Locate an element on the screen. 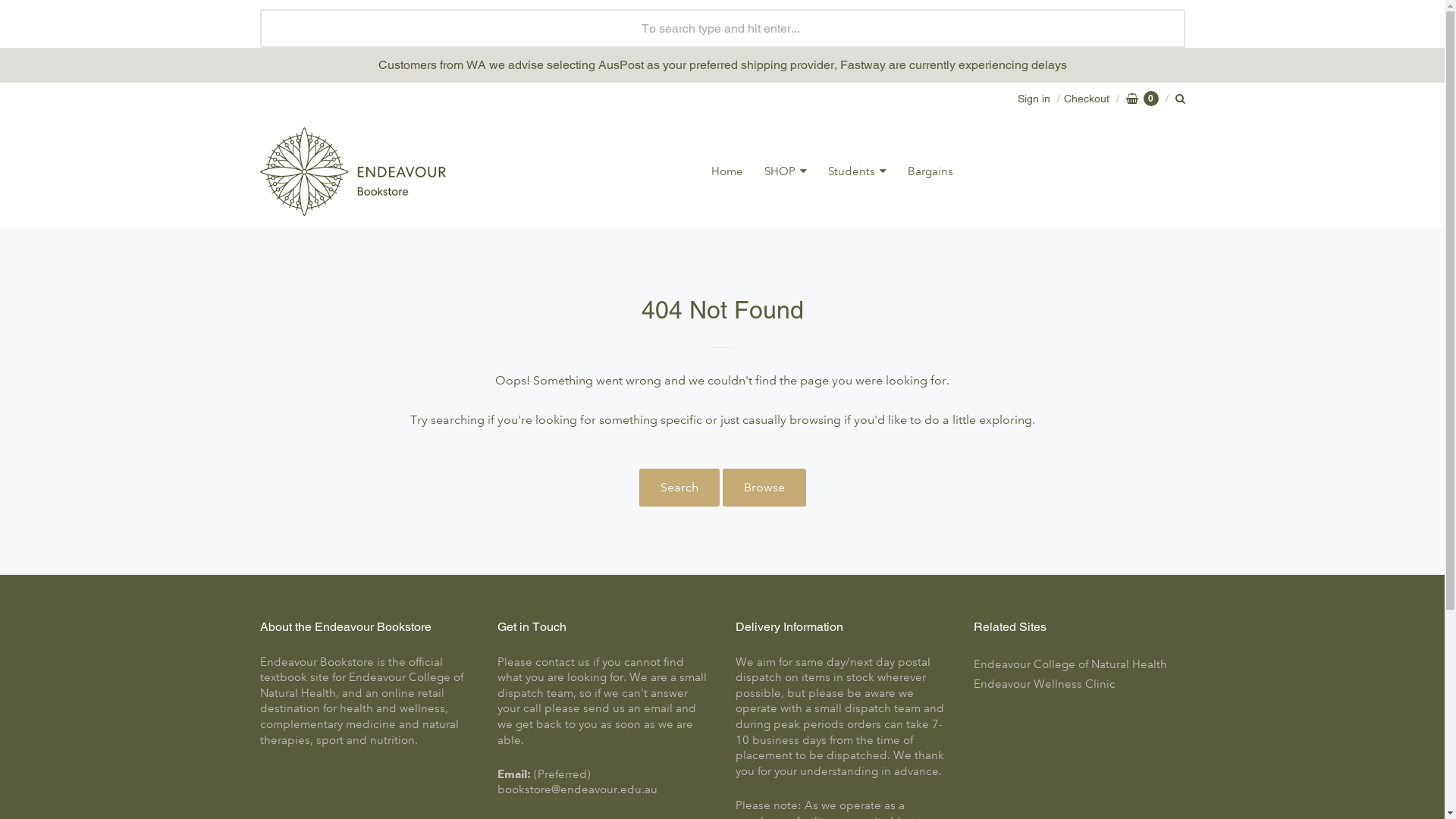 This screenshot has width=1456, height=819. 'Sign in' is located at coordinates (1033, 99).